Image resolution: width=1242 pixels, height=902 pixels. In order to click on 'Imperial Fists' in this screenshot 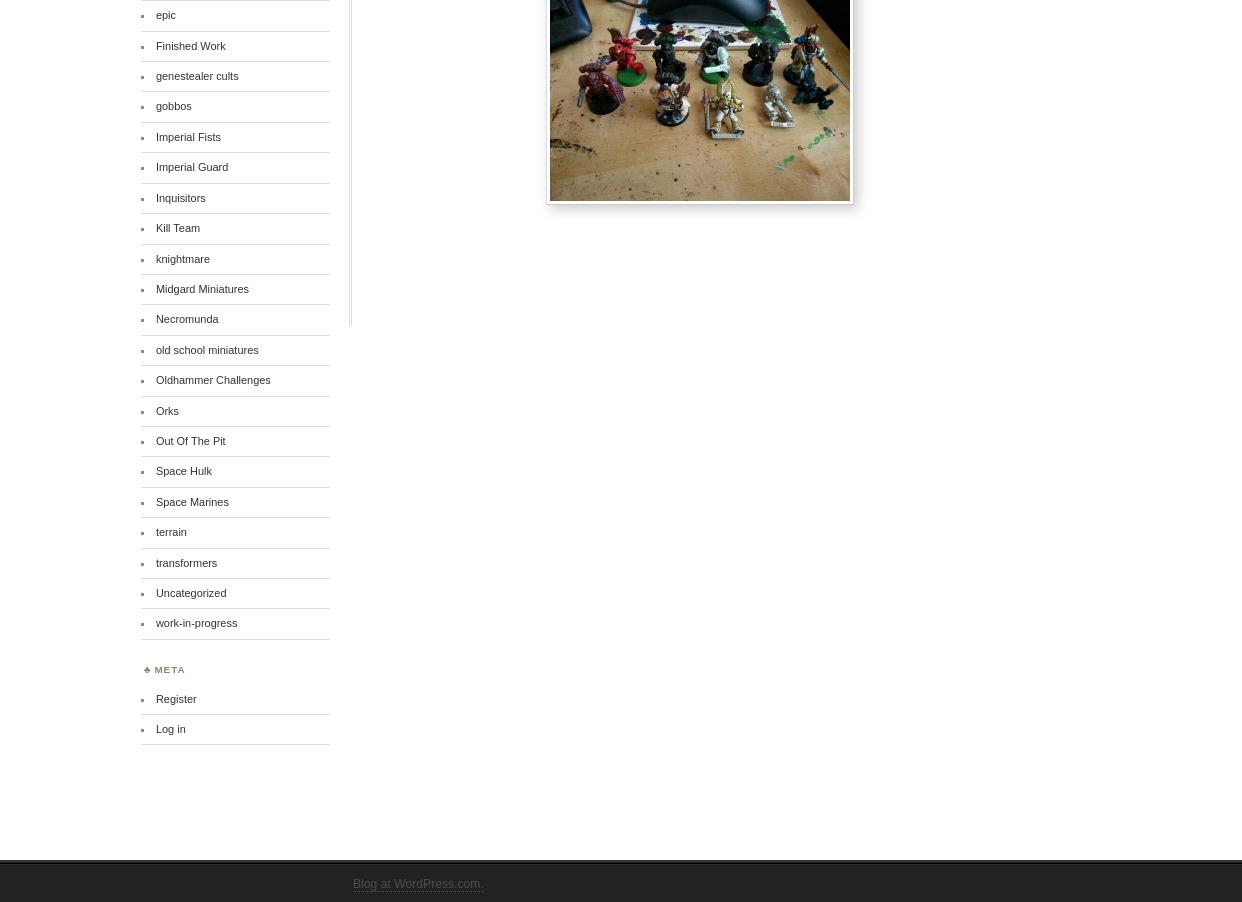, I will do `click(187, 136)`.